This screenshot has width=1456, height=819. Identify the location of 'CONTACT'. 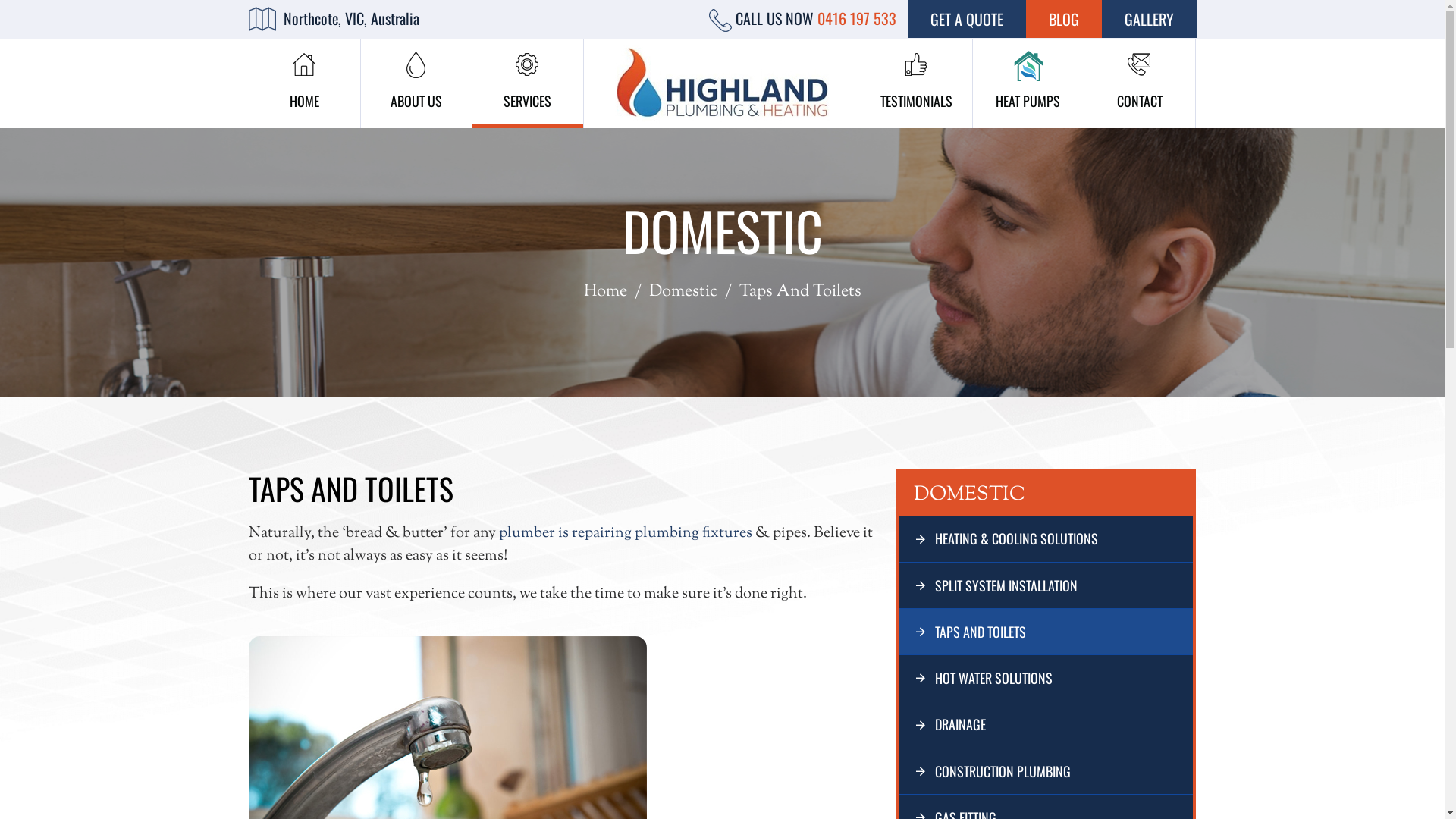
(1139, 83).